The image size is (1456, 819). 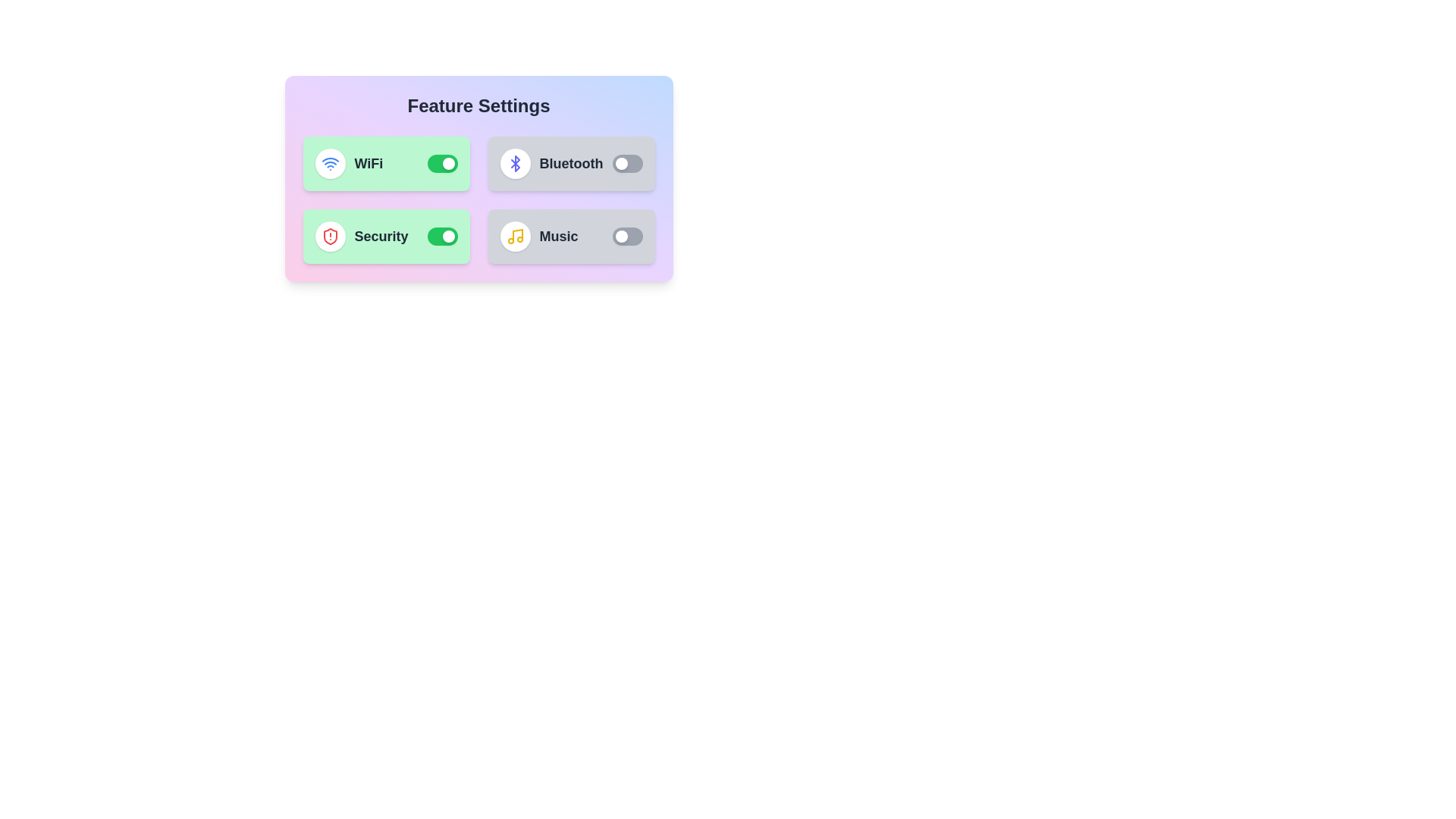 I want to click on the toggle switch for the WiFi feature to change its state, so click(x=441, y=164).